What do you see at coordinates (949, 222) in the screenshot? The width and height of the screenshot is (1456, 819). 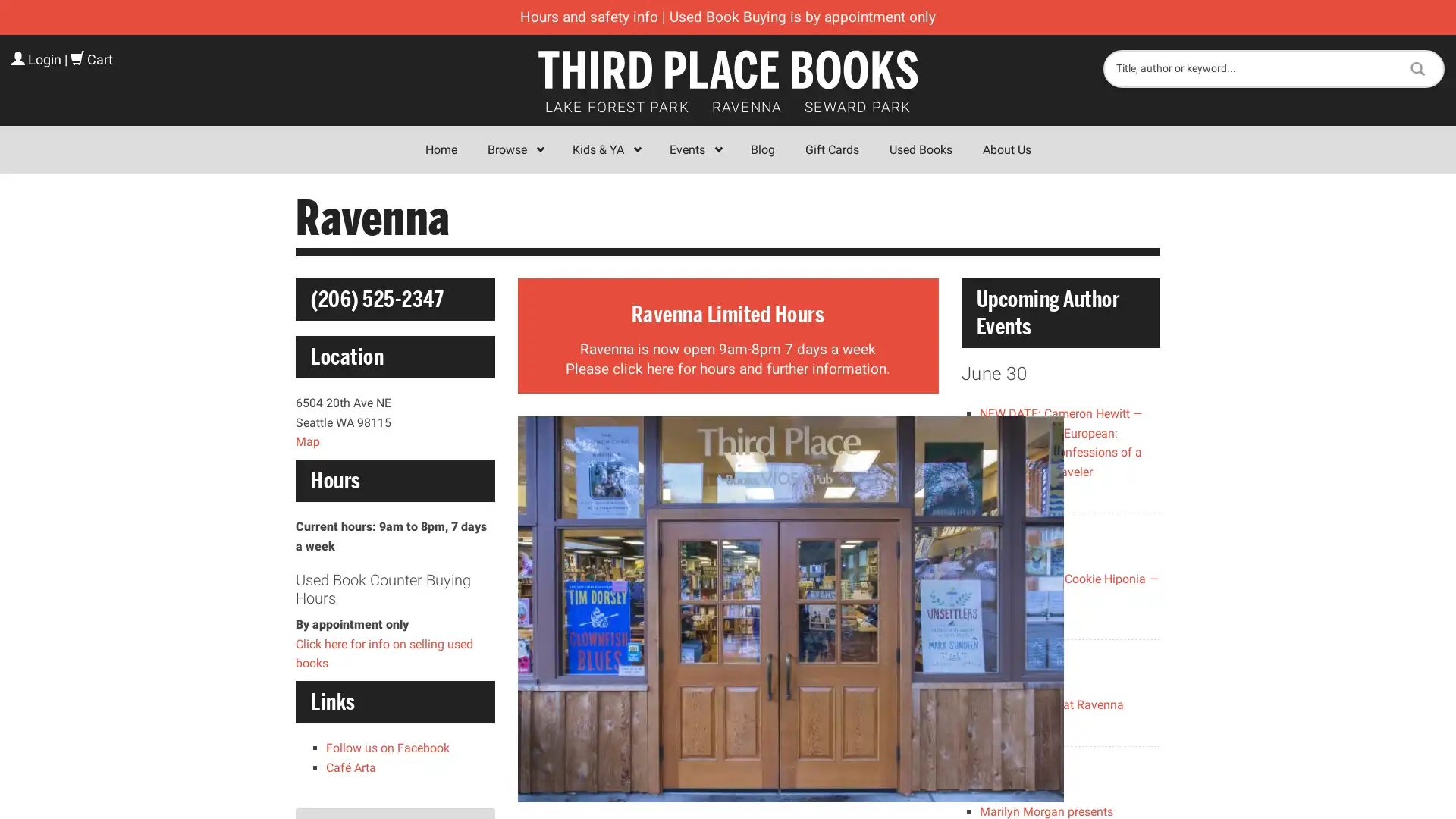 I see `Close` at bounding box center [949, 222].